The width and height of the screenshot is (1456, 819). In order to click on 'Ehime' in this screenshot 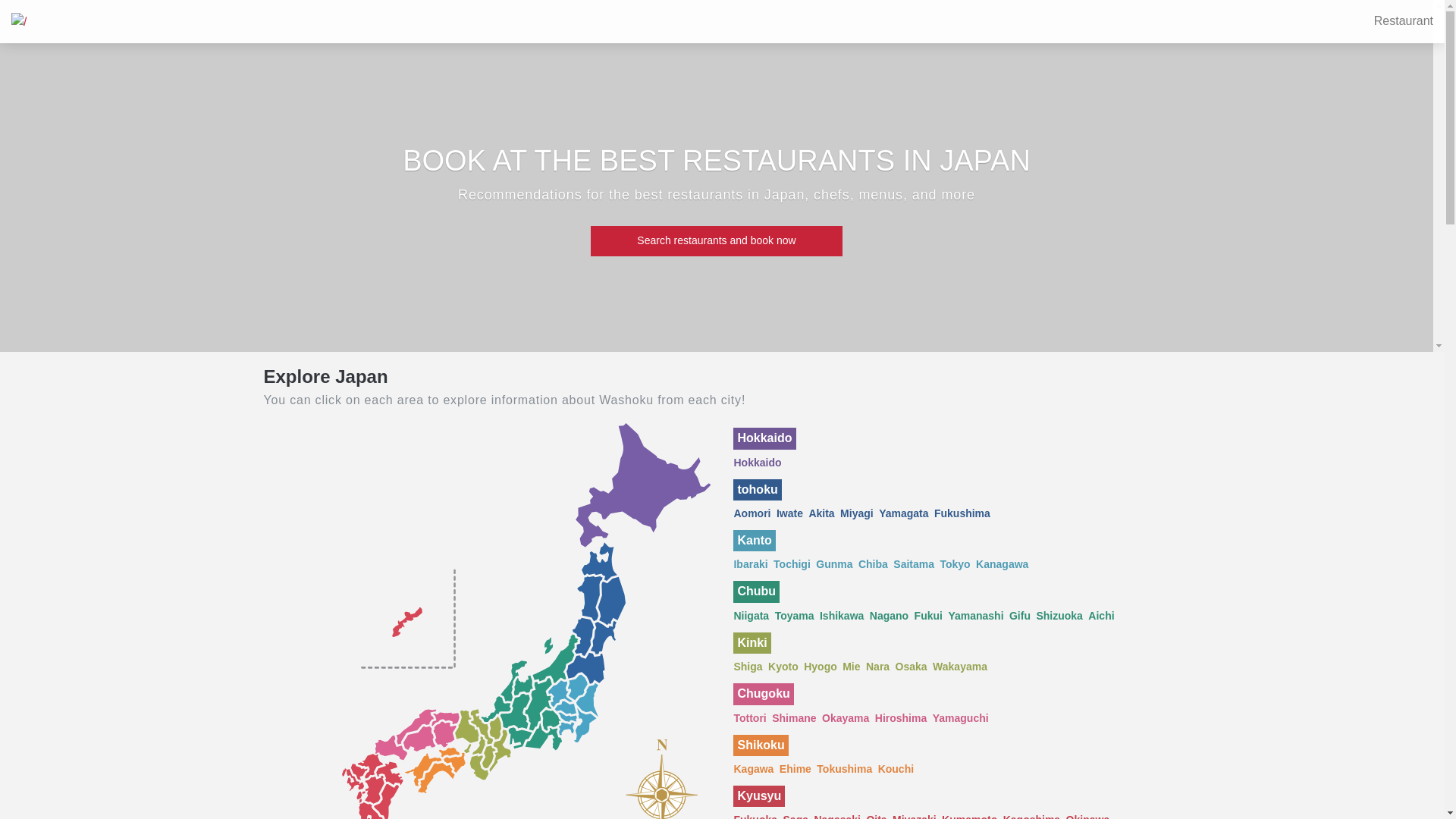, I will do `click(795, 769)`.